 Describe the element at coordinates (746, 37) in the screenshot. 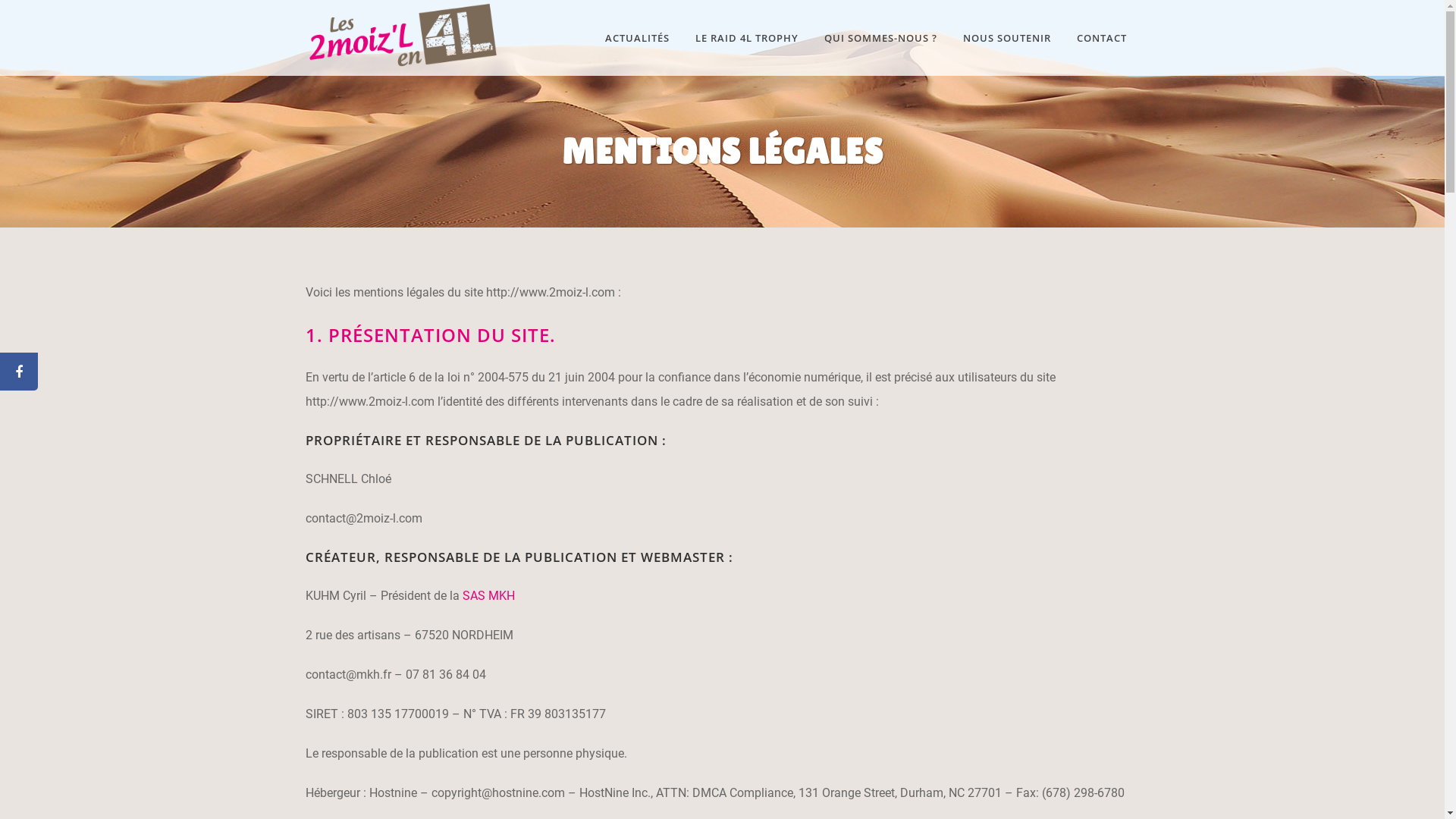

I see `'LE RAID 4L TROPHY'` at that location.